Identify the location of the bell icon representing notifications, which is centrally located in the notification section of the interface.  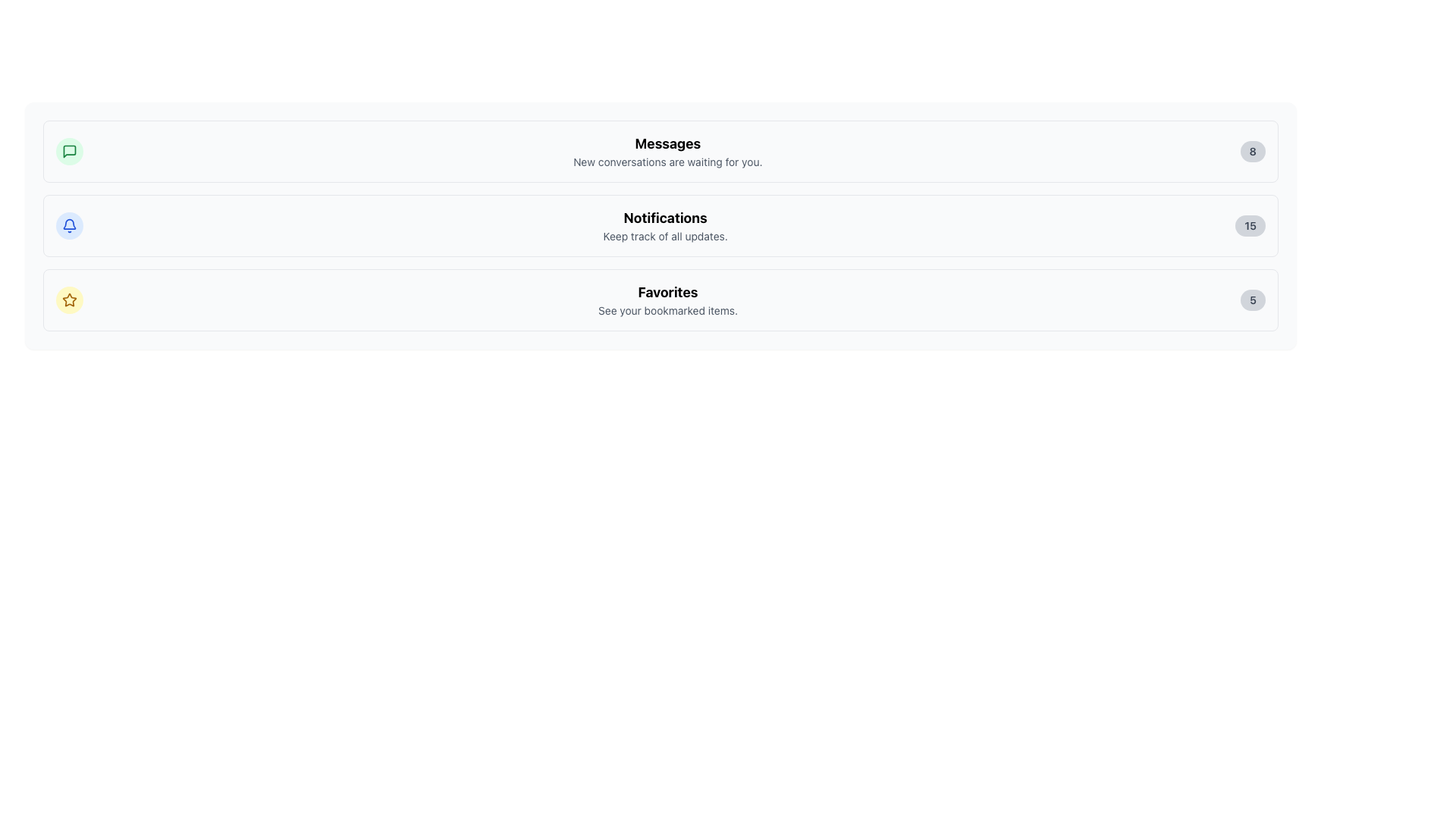
(68, 225).